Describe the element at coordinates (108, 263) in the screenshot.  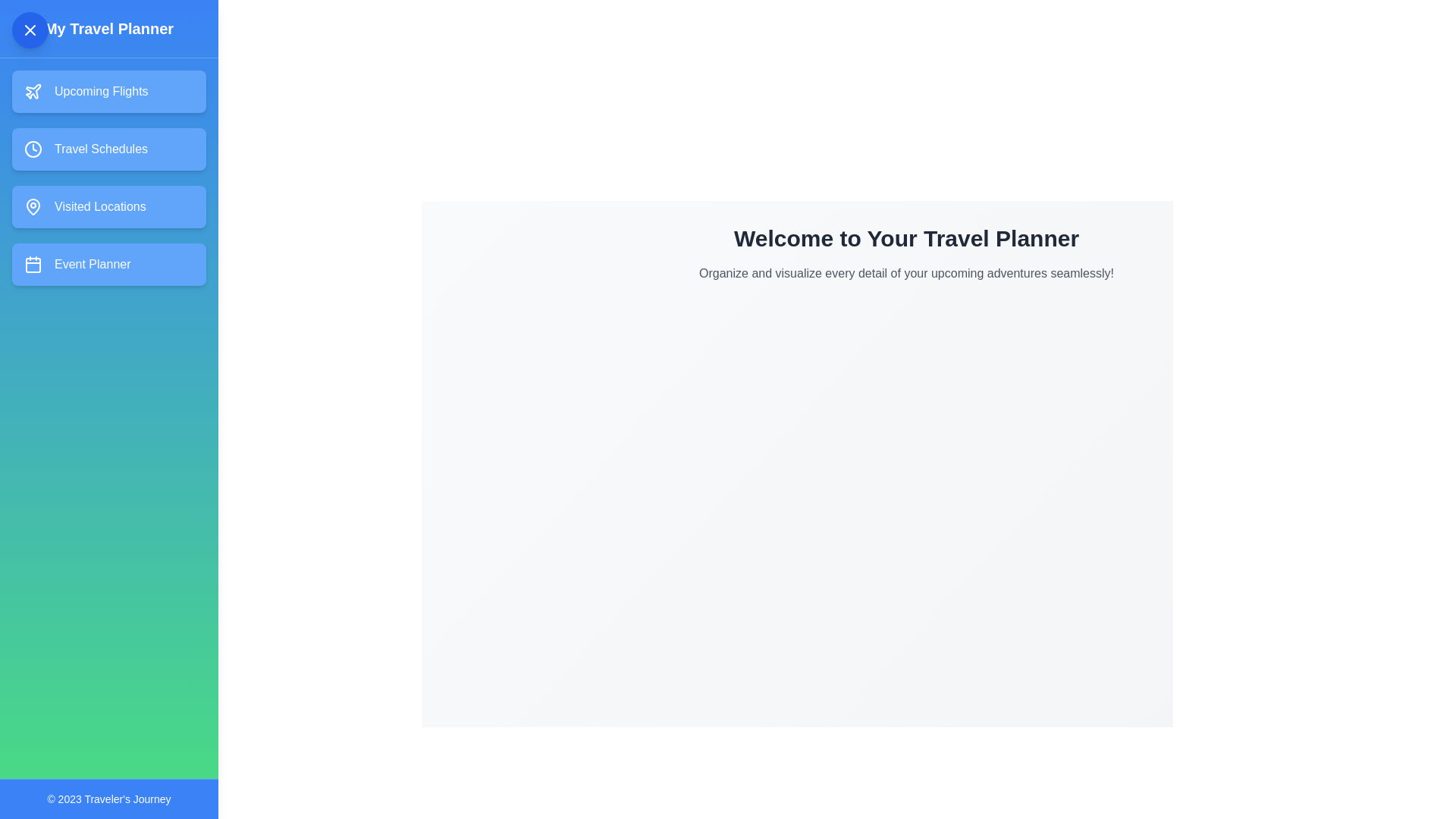
I see `the navigation button for the Event Planner feature, which is the fourth button in the sidebar` at that location.